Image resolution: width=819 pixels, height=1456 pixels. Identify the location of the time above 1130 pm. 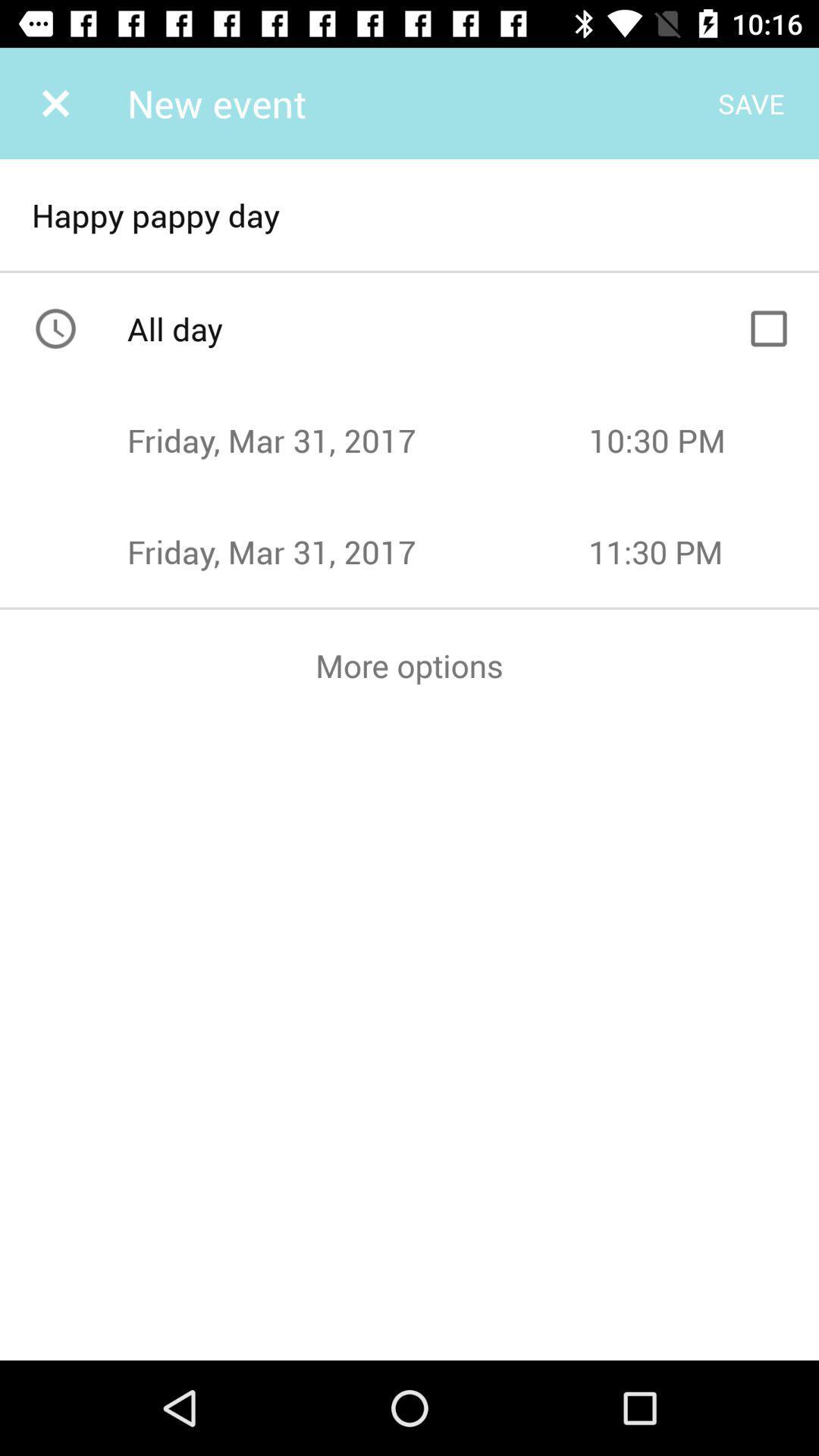
(704, 439).